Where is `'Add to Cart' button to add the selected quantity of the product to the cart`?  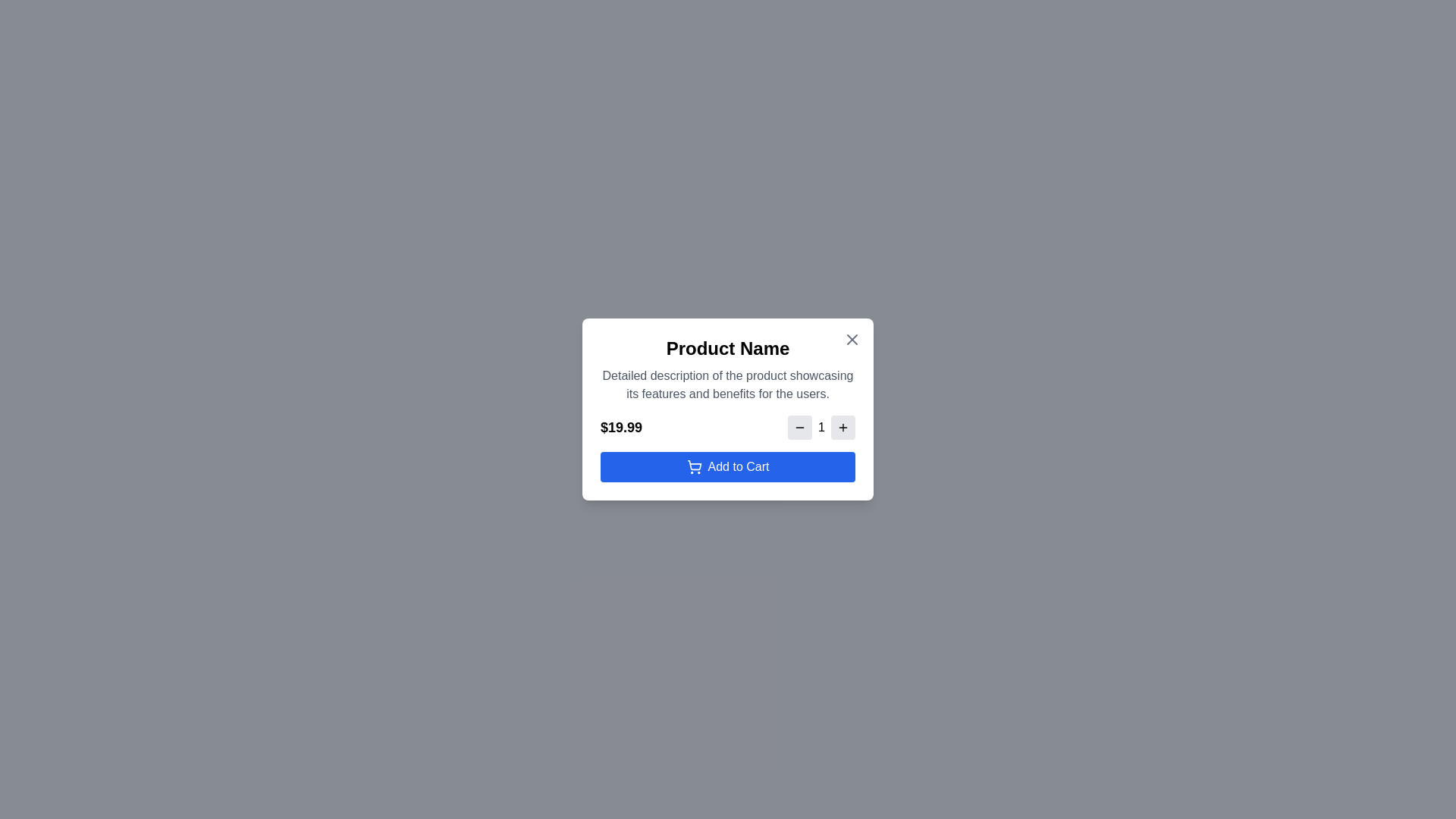 'Add to Cart' button to add the selected quantity of the product to the cart is located at coordinates (728, 466).